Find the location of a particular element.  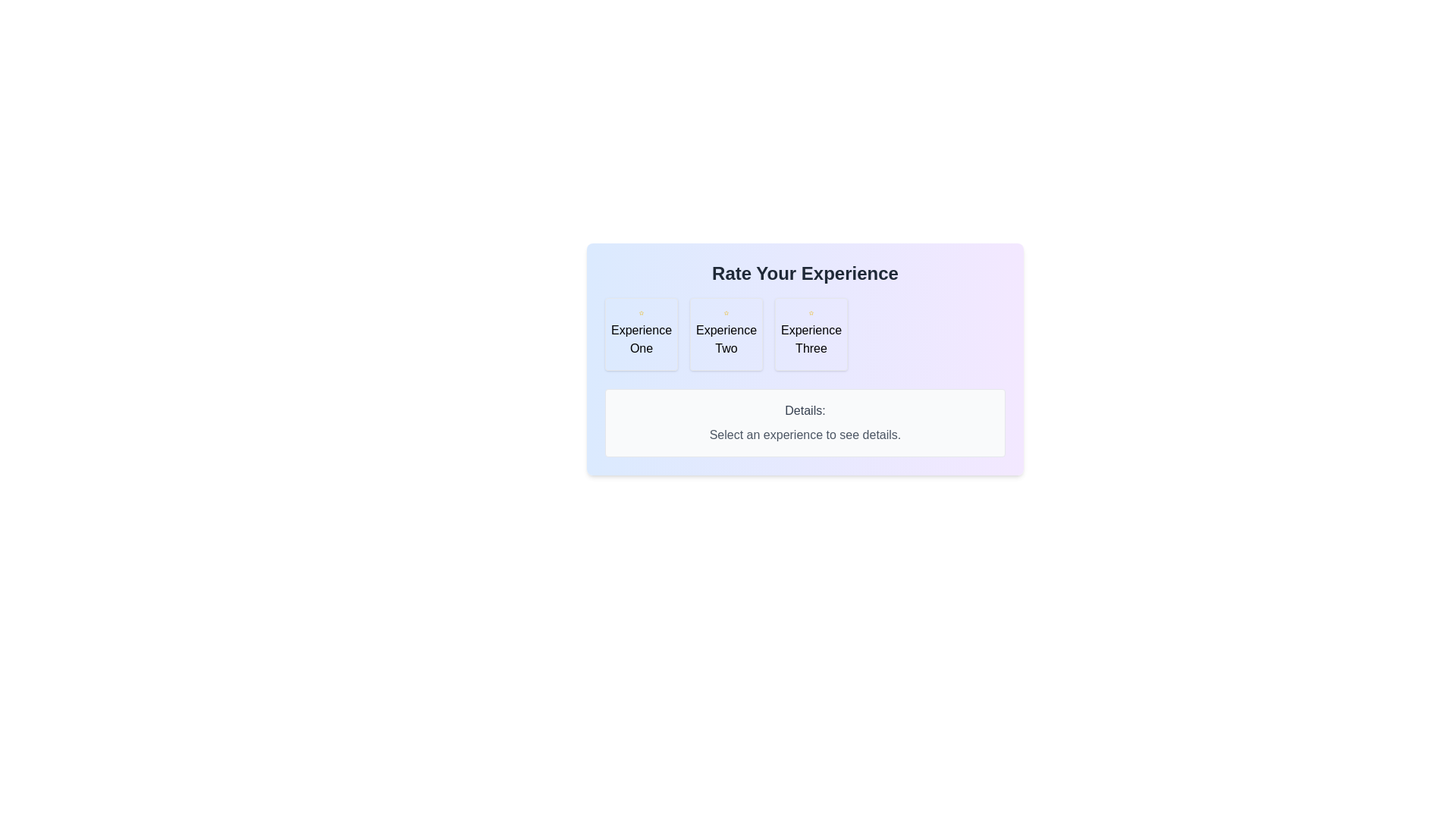

the rightmost button labeled 'Experience Three' located below the title 'Rate Your Experience' to observe its hover effects is located at coordinates (804, 359).